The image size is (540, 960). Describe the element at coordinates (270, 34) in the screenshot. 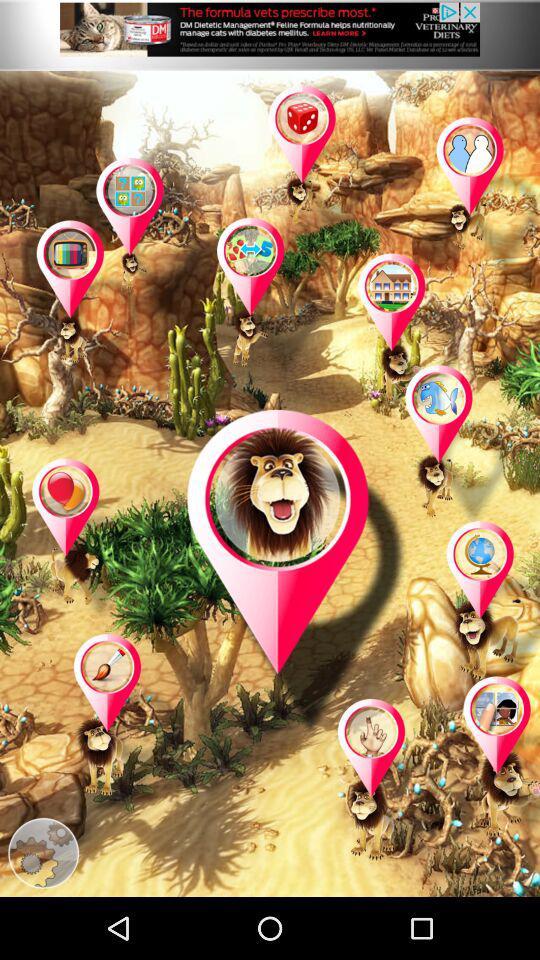

I see `advertisement` at that location.